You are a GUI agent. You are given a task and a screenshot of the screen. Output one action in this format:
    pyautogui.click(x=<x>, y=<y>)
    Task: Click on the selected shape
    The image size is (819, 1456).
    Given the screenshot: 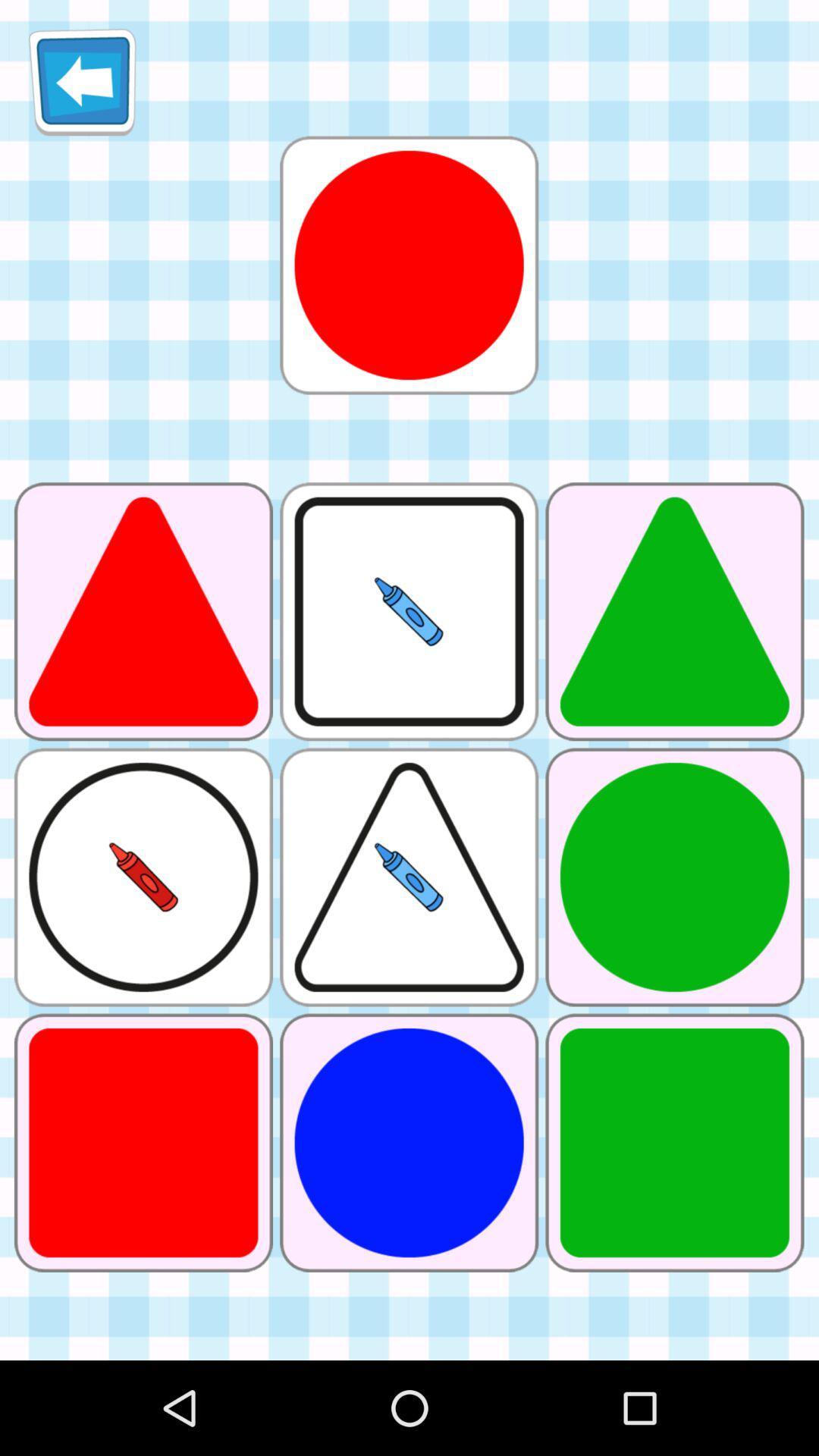 What is the action you would take?
    pyautogui.click(x=408, y=265)
    